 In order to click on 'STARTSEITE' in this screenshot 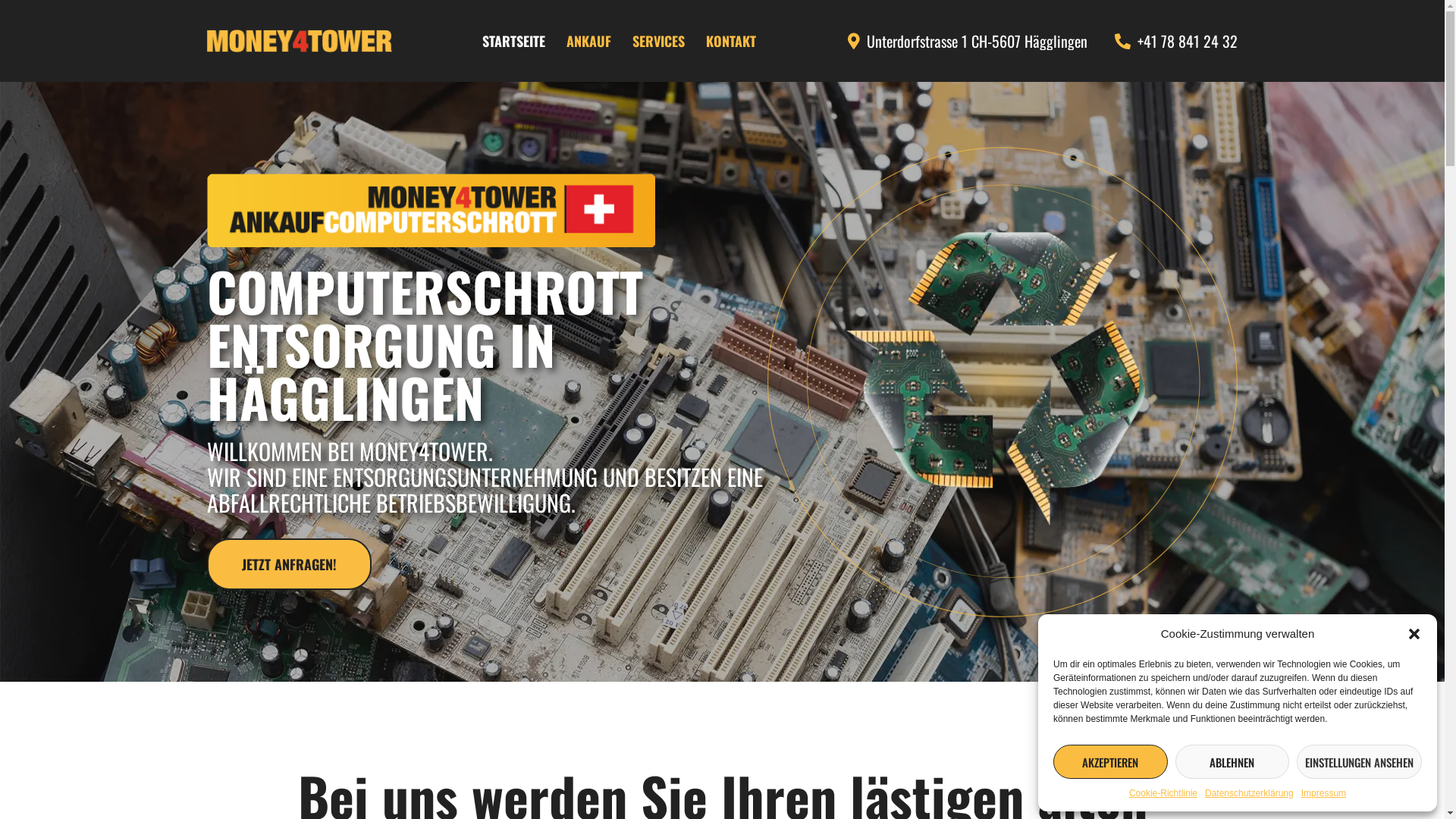, I will do `click(513, 40)`.